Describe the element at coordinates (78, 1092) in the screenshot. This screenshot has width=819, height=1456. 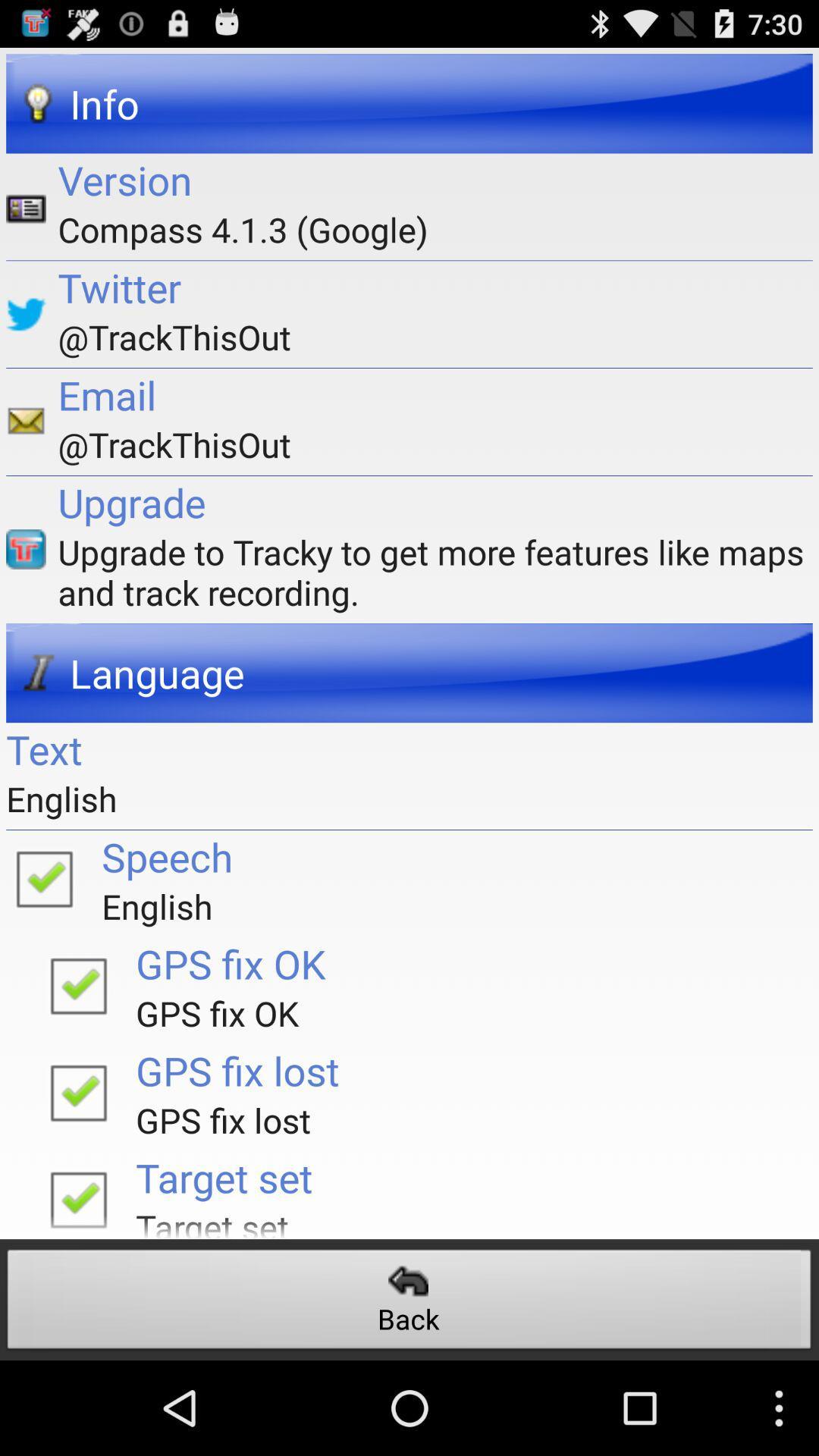
I see `gps fix lost traduction is ok/wrong` at that location.